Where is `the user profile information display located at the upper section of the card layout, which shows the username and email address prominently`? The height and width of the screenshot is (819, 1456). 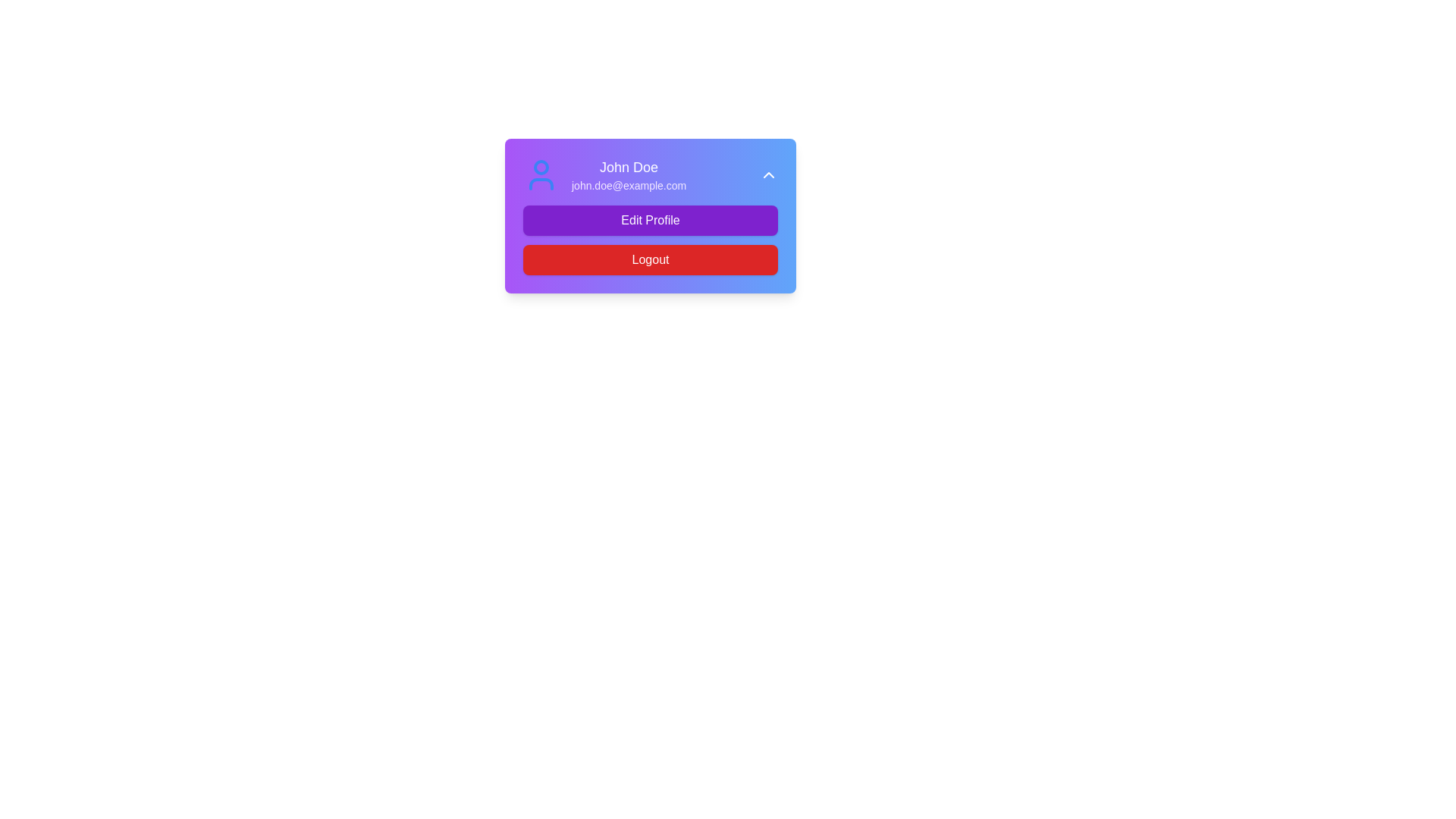
the user profile information display located at the upper section of the card layout, which shows the username and email address prominently is located at coordinates (604, 174).